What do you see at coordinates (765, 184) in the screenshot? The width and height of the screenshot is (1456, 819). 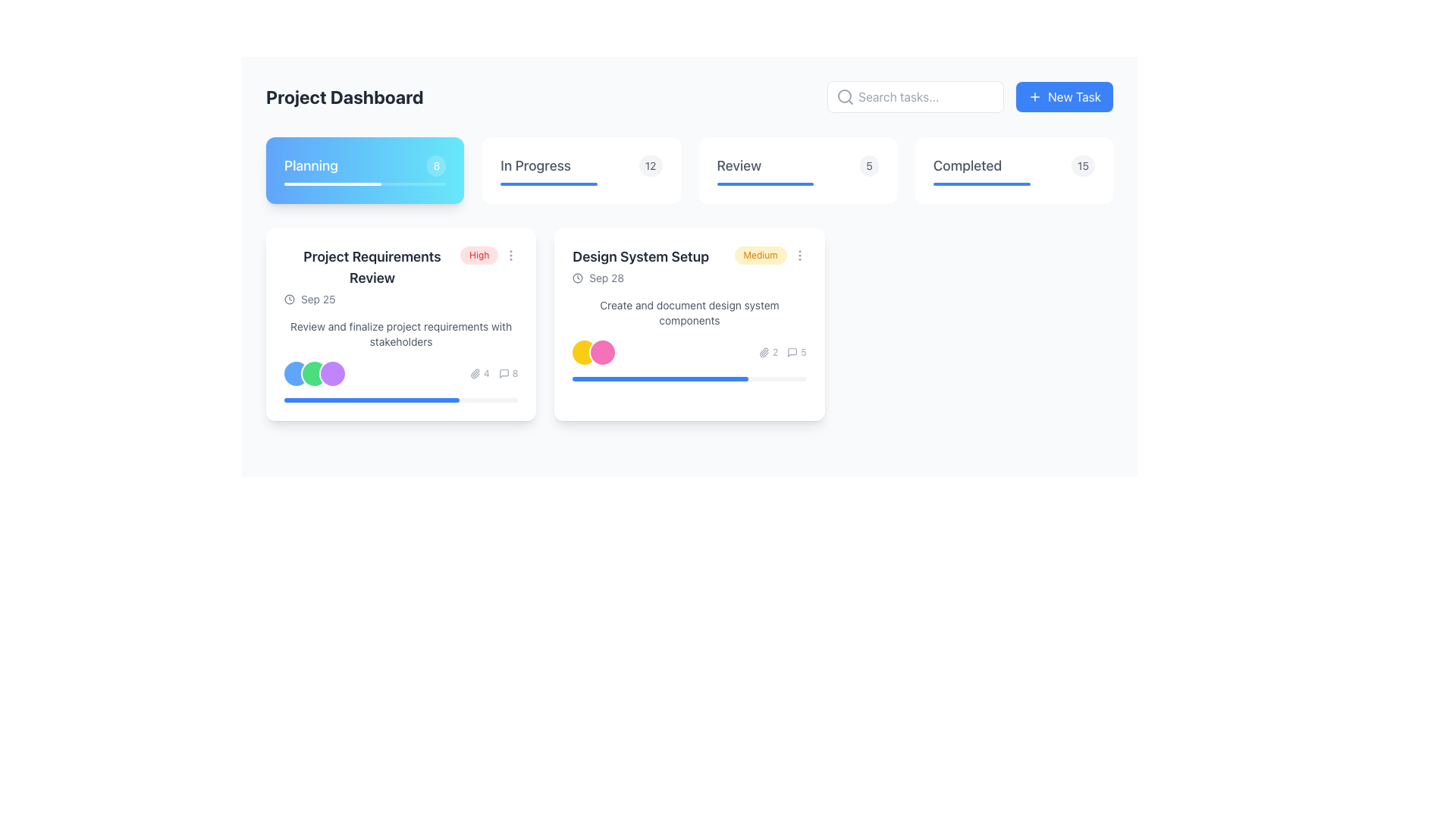 I see `the progress visually on the Progress indicator located in the 'Review' segment of the task management interface` at bounding box center [765, 184].